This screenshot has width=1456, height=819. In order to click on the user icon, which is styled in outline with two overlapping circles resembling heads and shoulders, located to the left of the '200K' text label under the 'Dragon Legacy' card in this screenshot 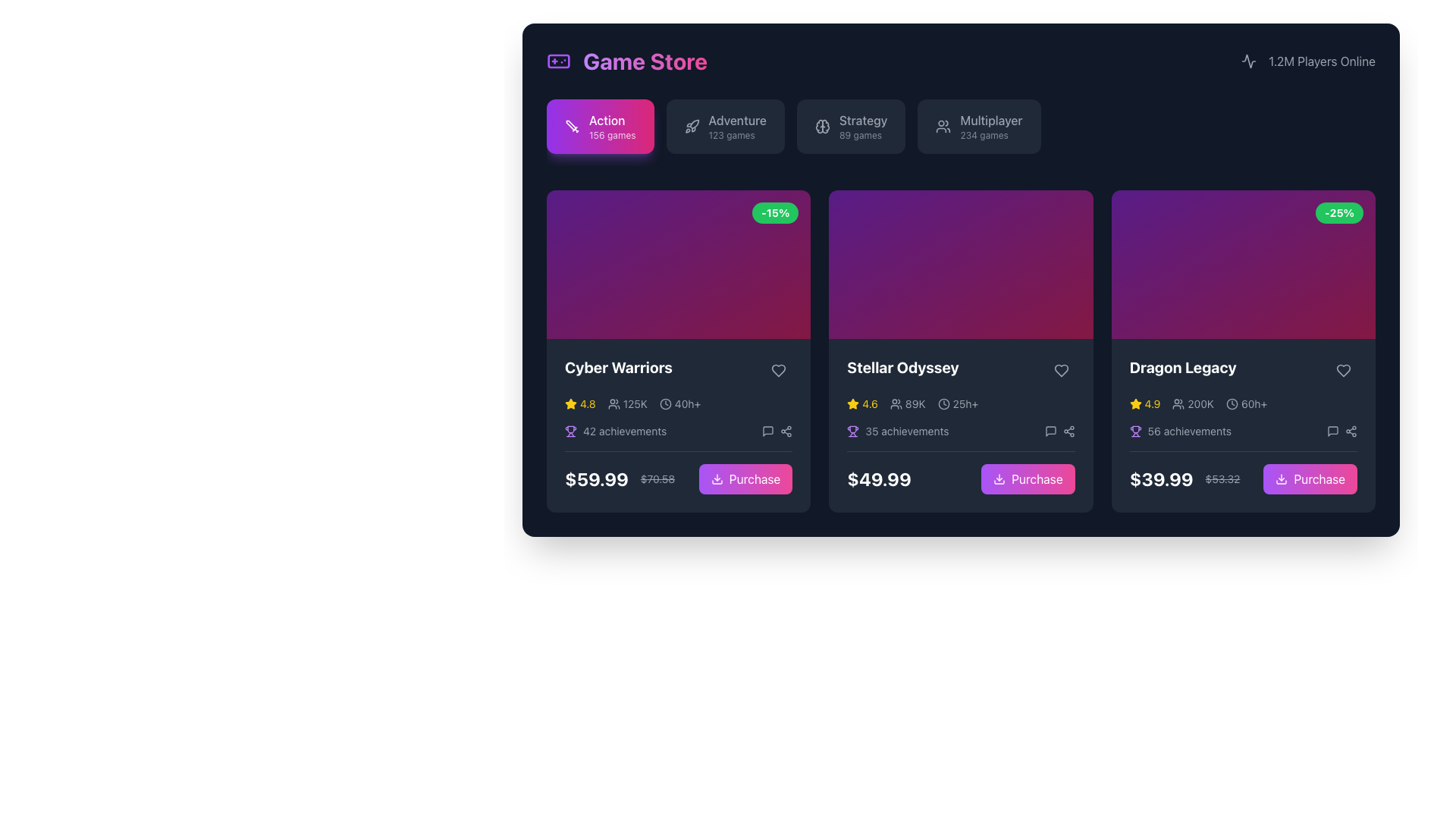, I will do `click(1178, 403)`.